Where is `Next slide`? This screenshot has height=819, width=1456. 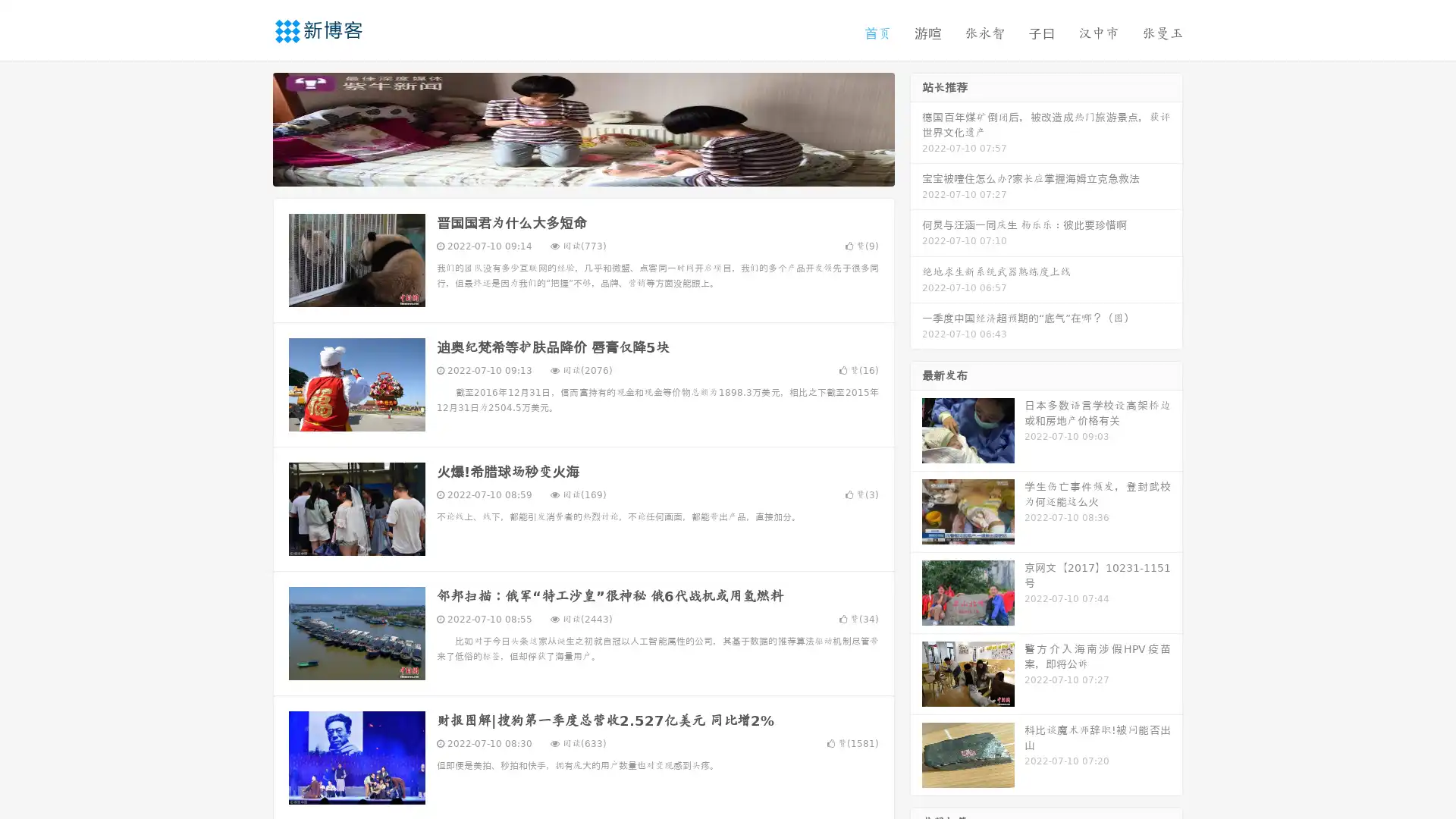
Next slide is located at coordinates (916, 127).